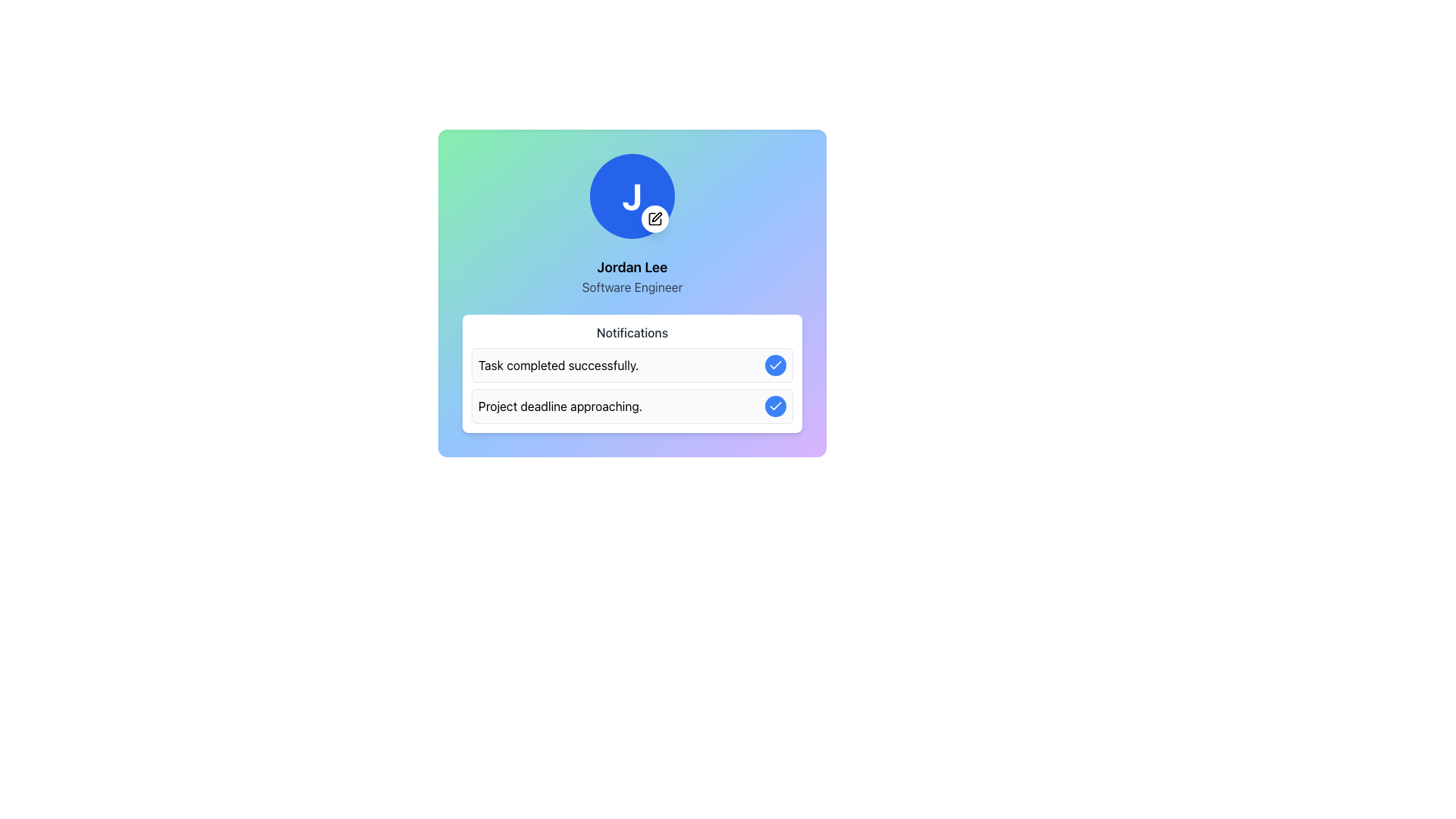  What do you see at coordinates (775, 406) in the screenshot?
I see `the confirmation button located at the far right of the notification item labeled 'Project deadline approaching' to confirm the task` at bounding box center [775, 406].